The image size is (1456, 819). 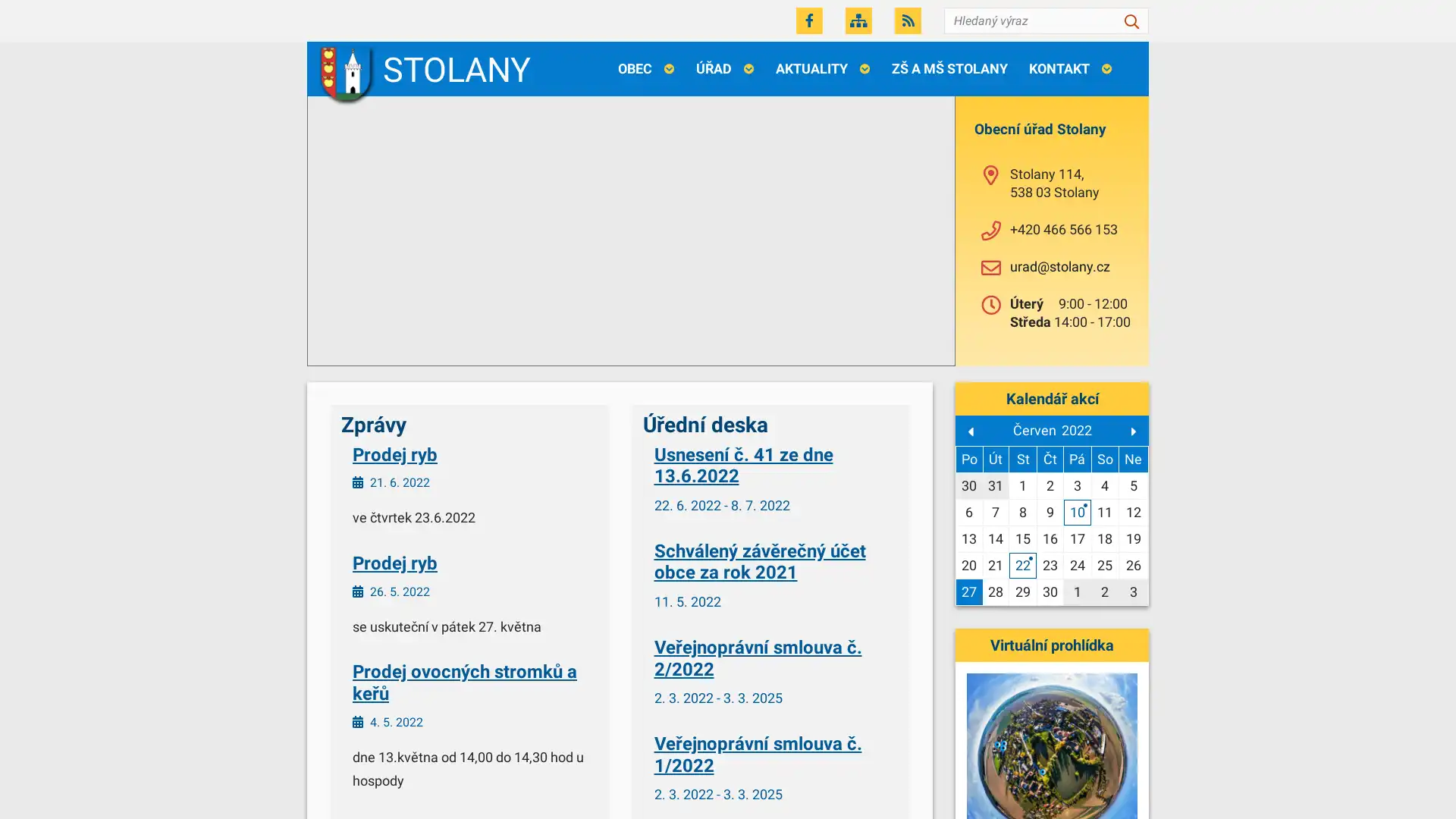 I want to click on Hledat, so click(x=1131, y=20).